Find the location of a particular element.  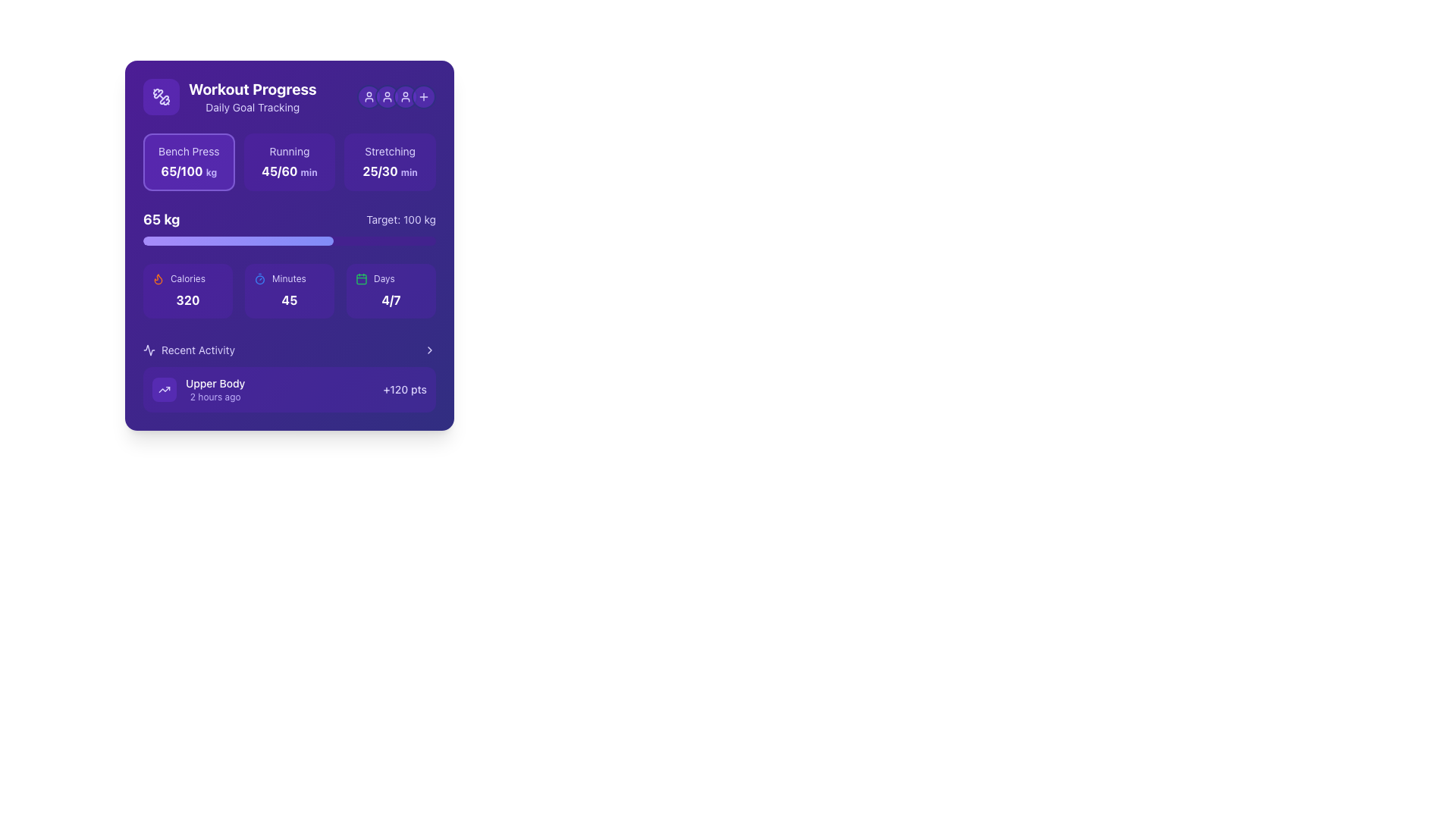

time information displayed in the text label located directly below 'Upper Body' within the 'Recent Activity' section is located at coordinates (215, 397).